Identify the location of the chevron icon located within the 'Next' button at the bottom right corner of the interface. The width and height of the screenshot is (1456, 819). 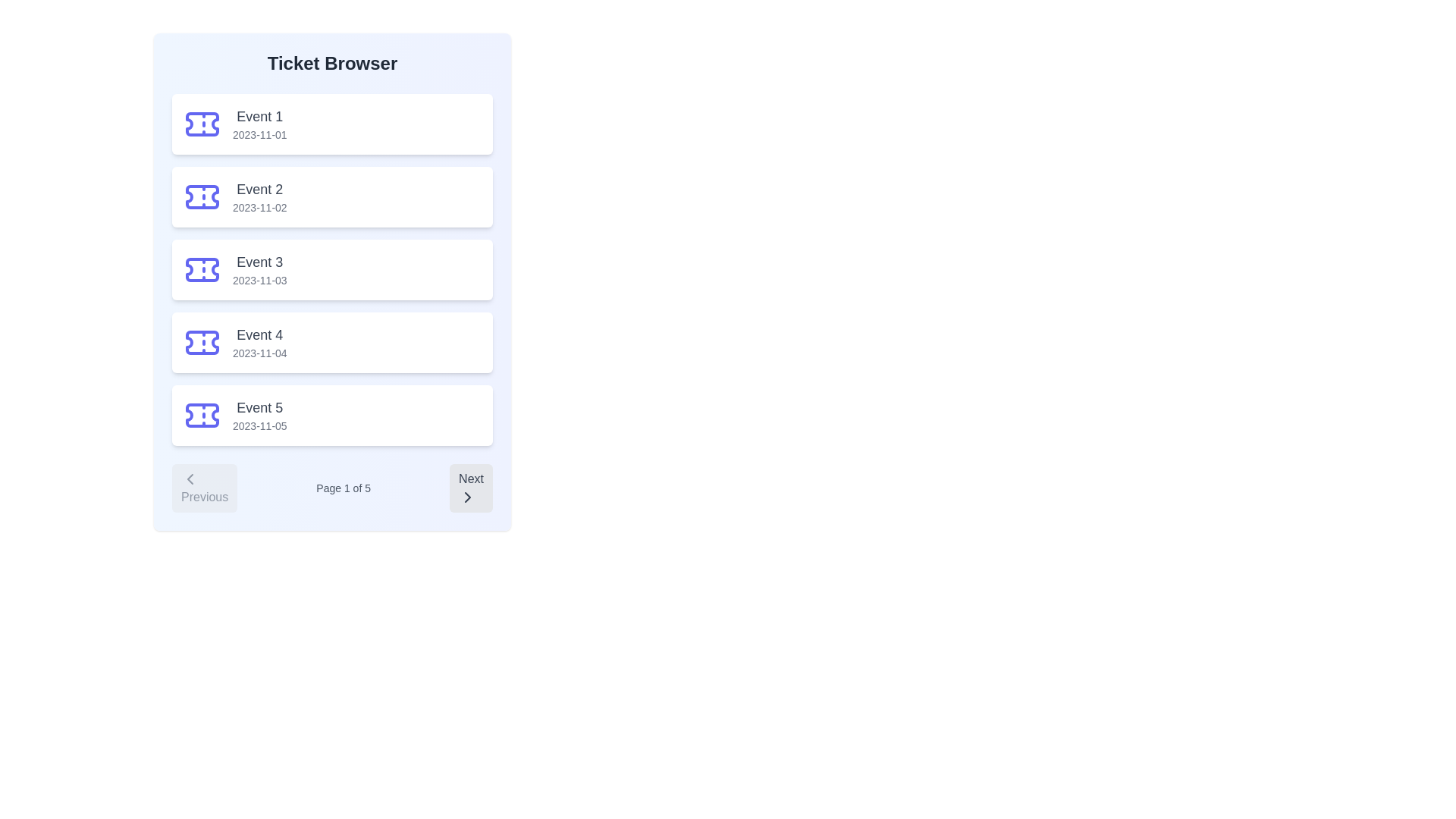
(467, 497).